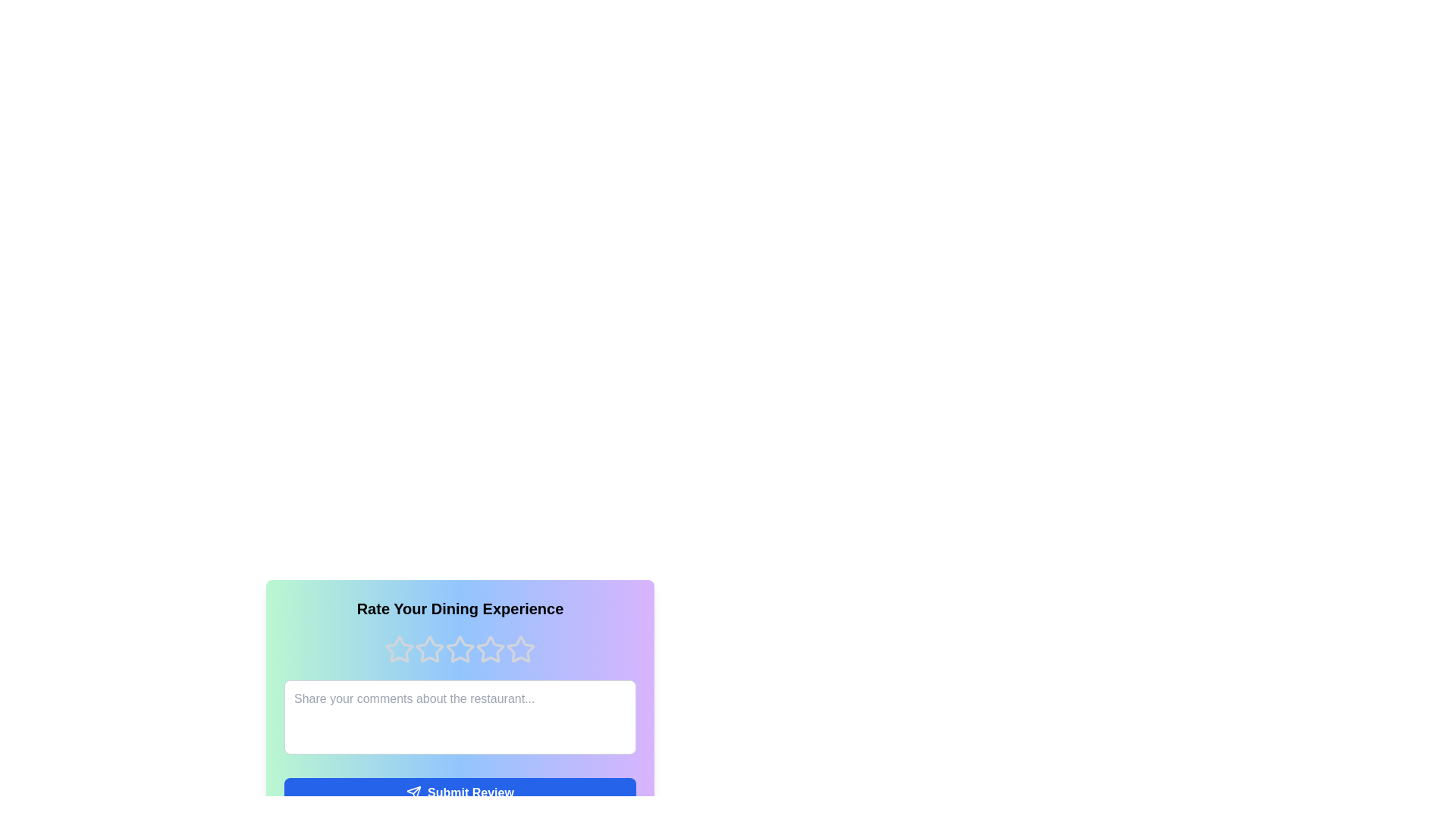 This screenshot has height=819, width=1456. What do you see at coordinates (414, 792) in the screenshot?
I see `the 'send' action icon located to the left of the 'Submit Review' text within the blue 'Submit Review' button` at bounding box center [414, 792].